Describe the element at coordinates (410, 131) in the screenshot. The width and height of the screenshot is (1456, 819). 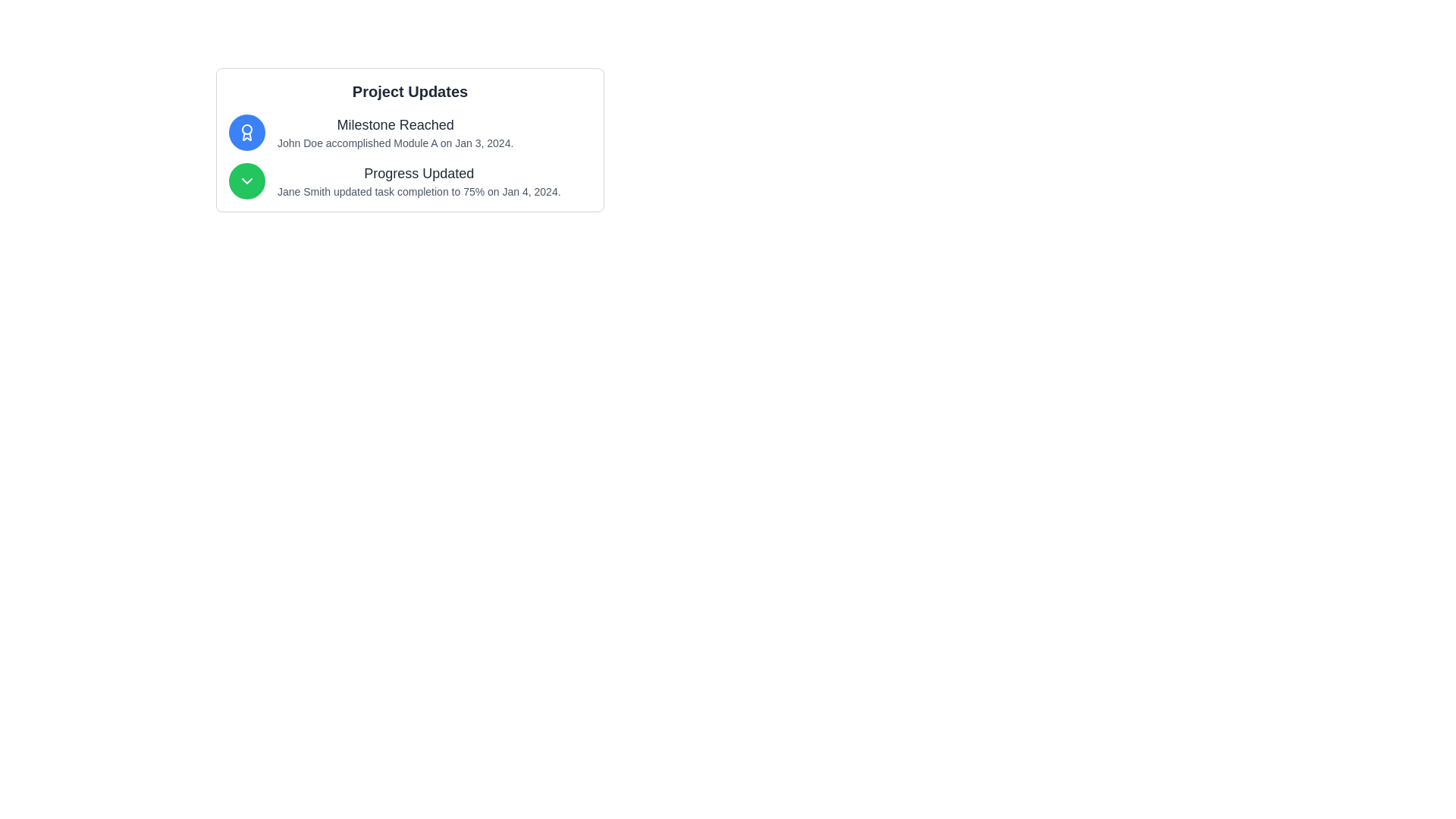
I see `the first item in the notification-style list, featuring a blue badge icon with an award symbol and the text 'Milestone Reached'` at that location.